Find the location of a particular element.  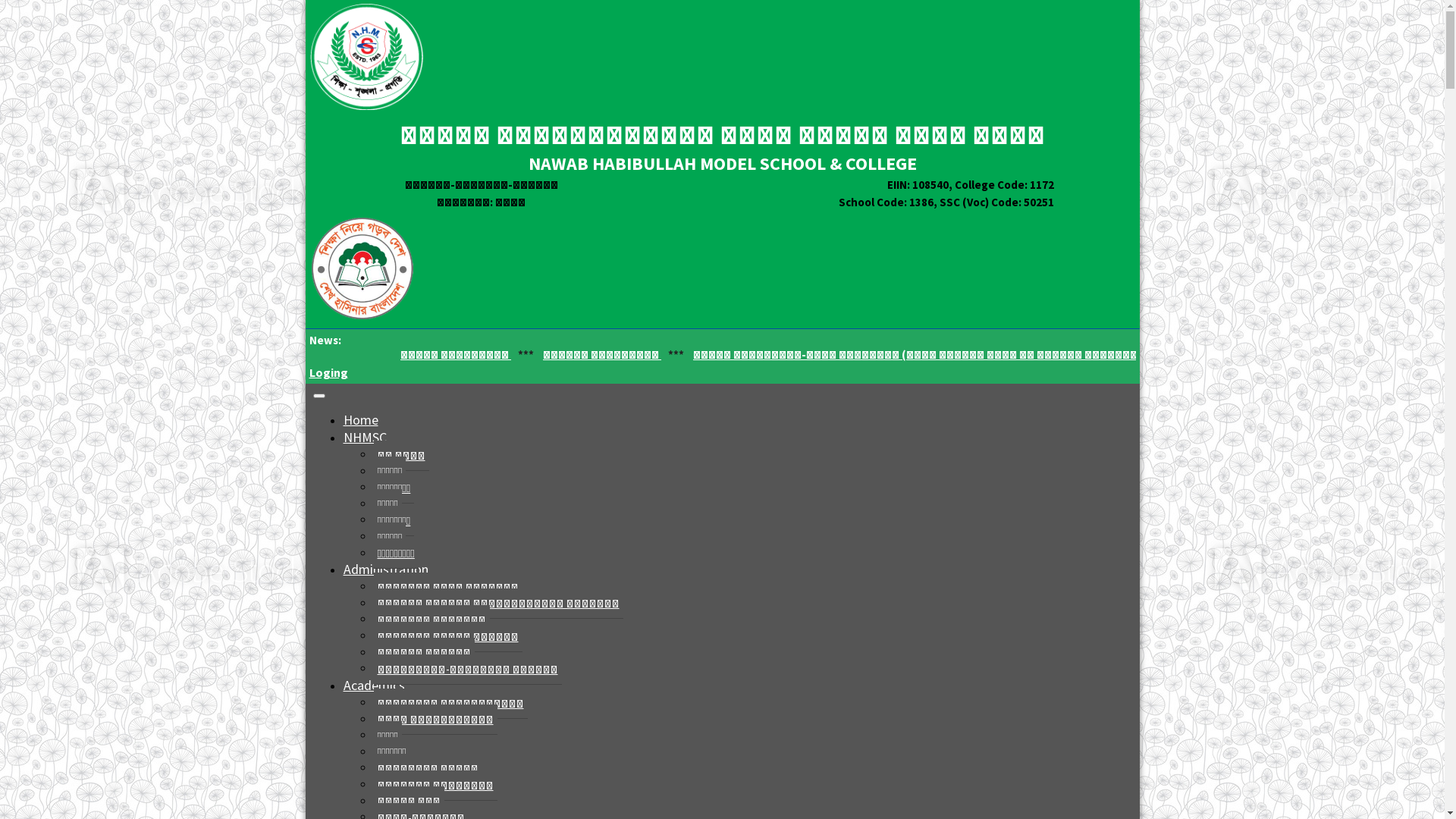

'Academics' is located at coordinates (373, 685).